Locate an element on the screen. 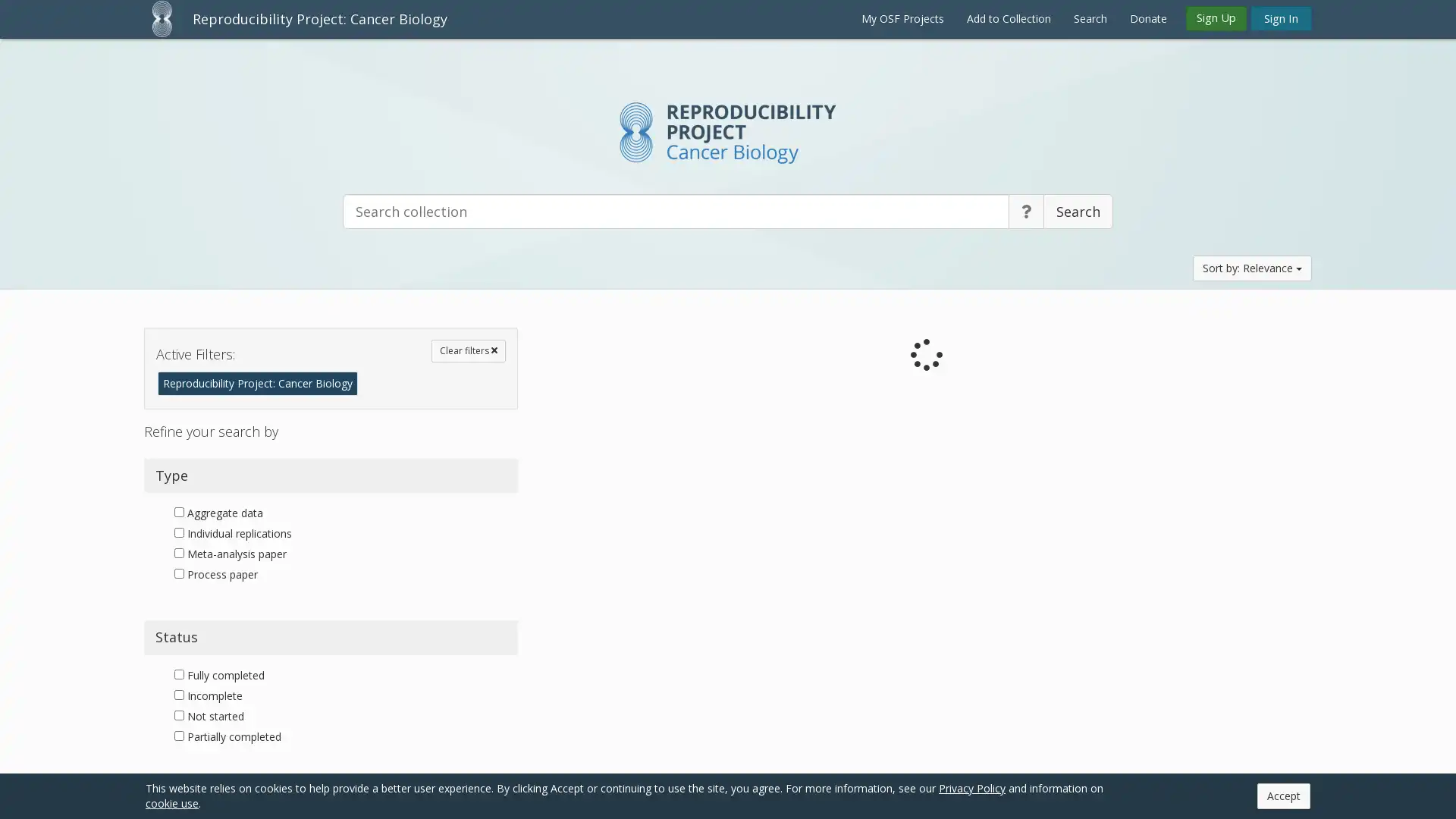 The height and width of the screenshot is (819, 1456). Type: Individual replications is located at coordinates (626, 777).